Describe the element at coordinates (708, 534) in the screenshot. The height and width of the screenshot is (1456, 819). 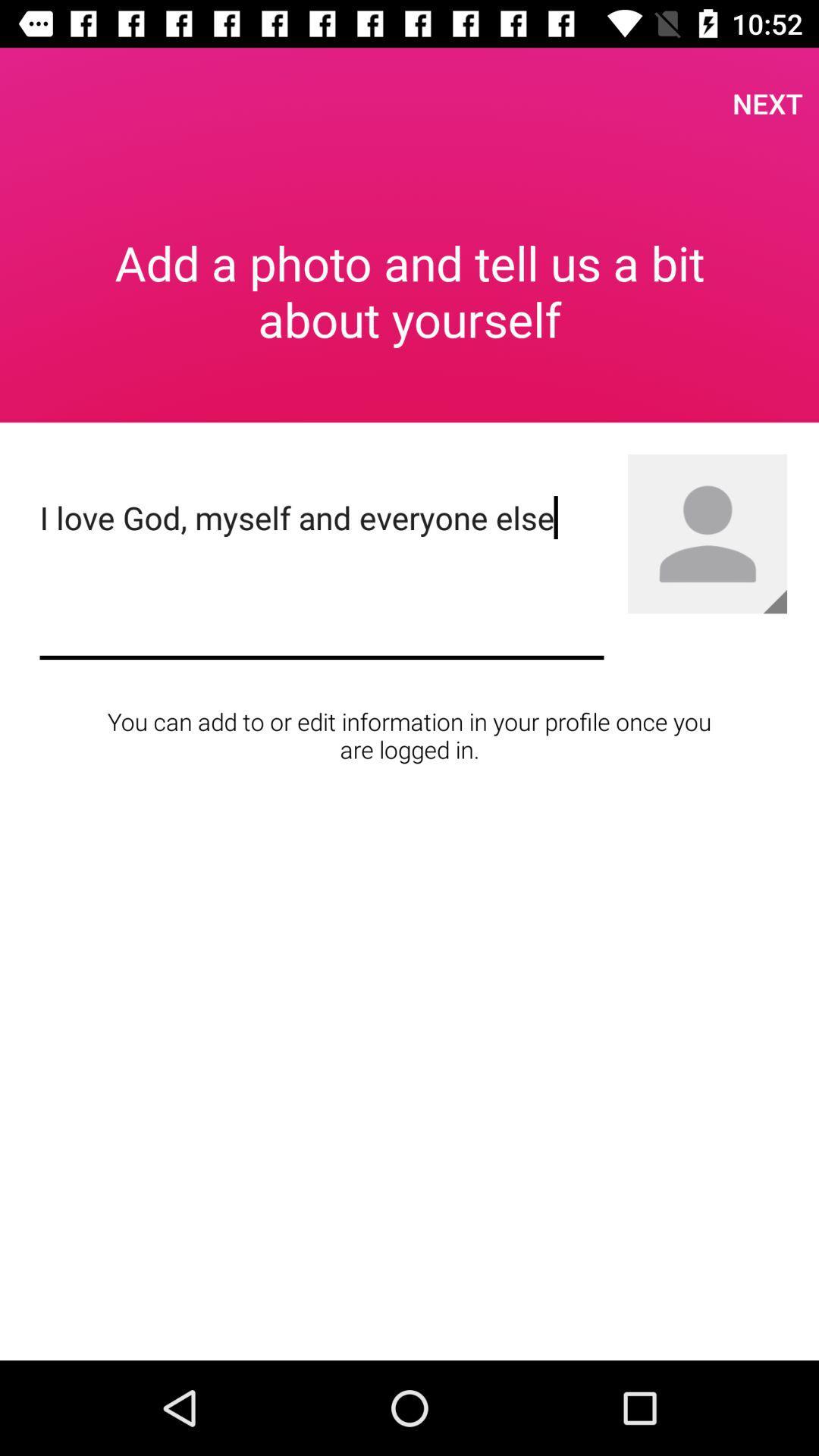
I see `profile options` at that location.